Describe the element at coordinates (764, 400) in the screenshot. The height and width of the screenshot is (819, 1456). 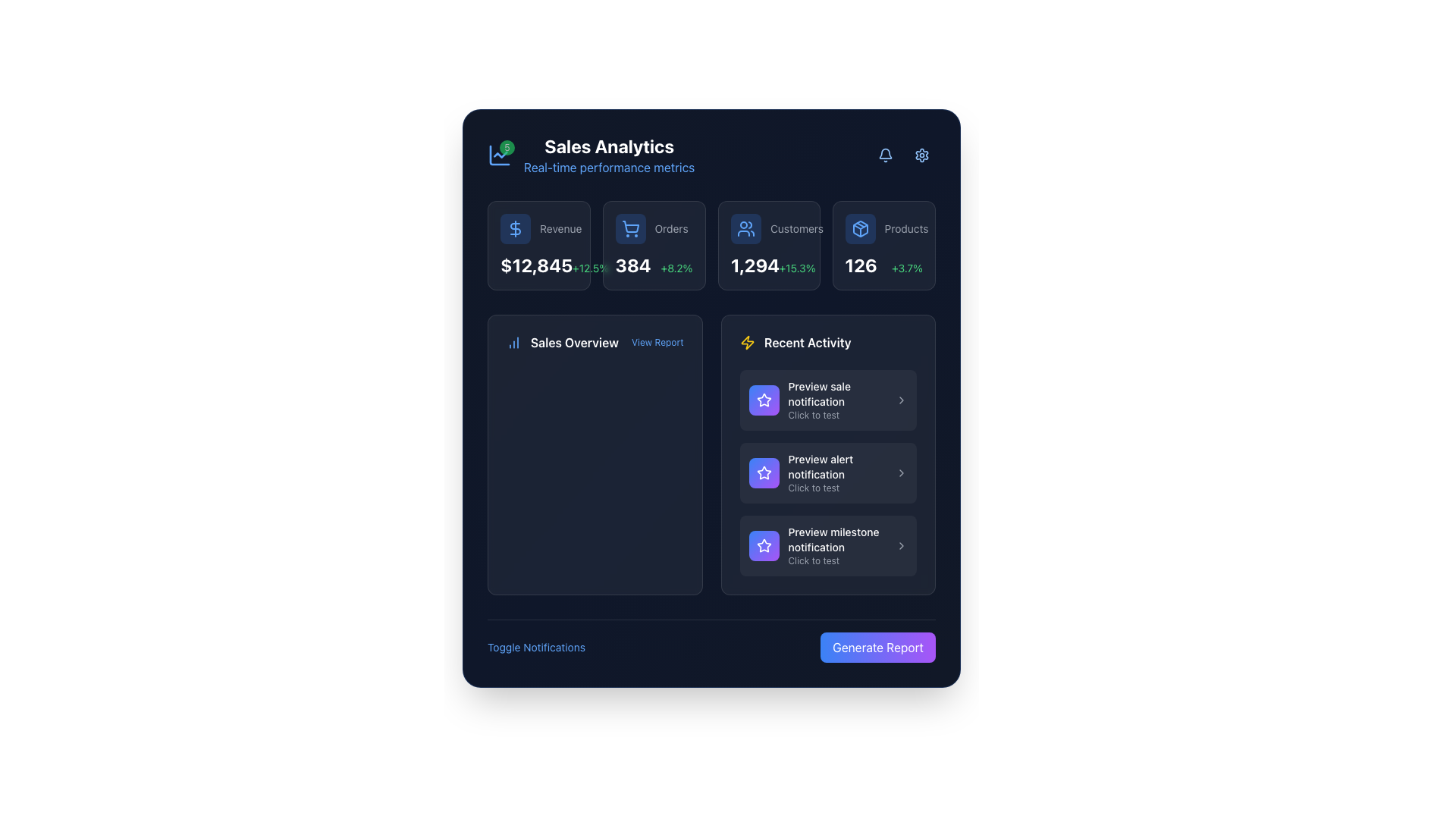
I see `the square-shaped icon button with a gradient background transitioning from blue to purple, featuring a centered white star icon, located in the 'Recent Activity' section next to 'Preview sale notification'` at that location.